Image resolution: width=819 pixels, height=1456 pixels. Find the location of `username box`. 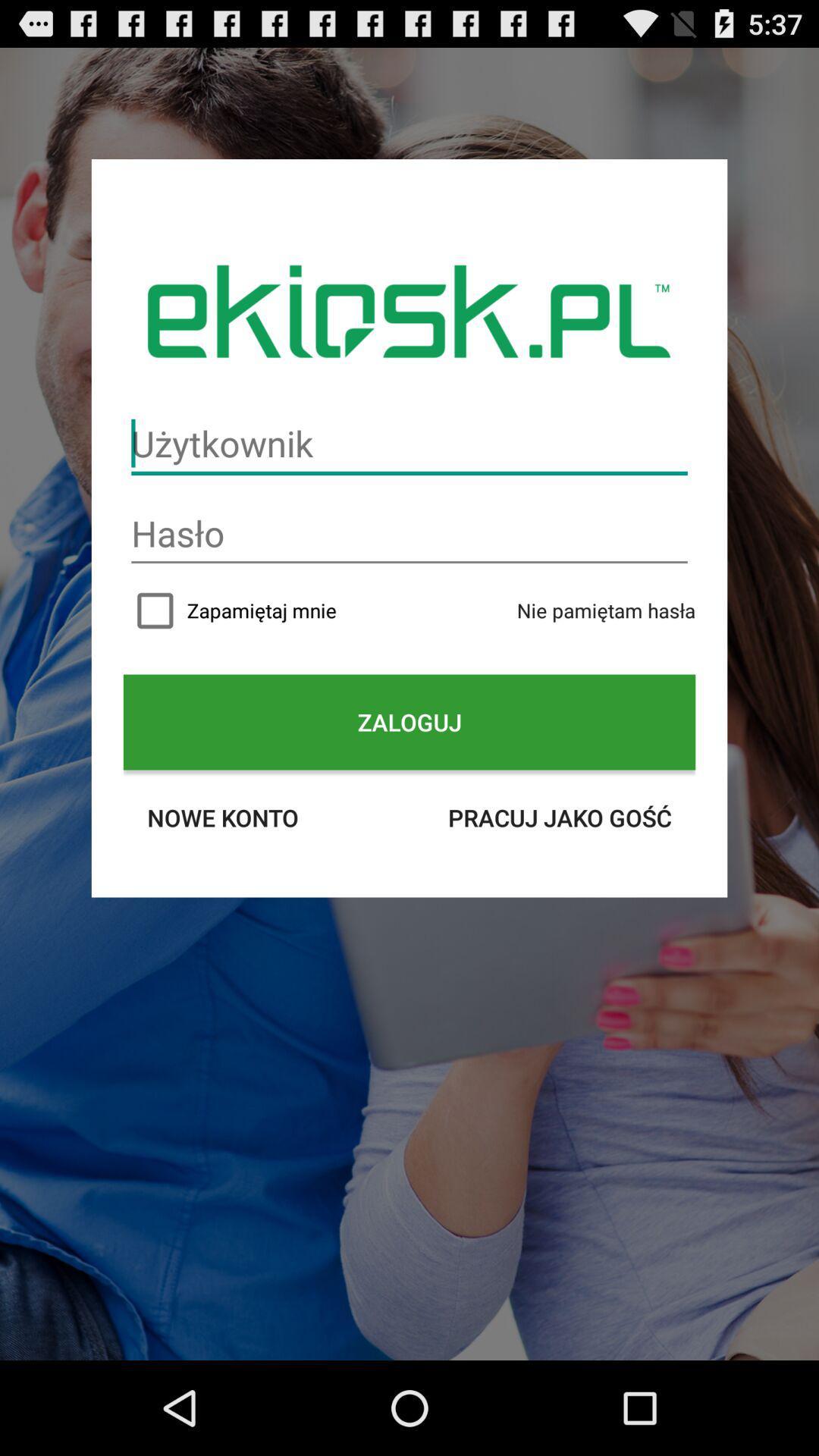

username box is located at coordinates (409, 443).